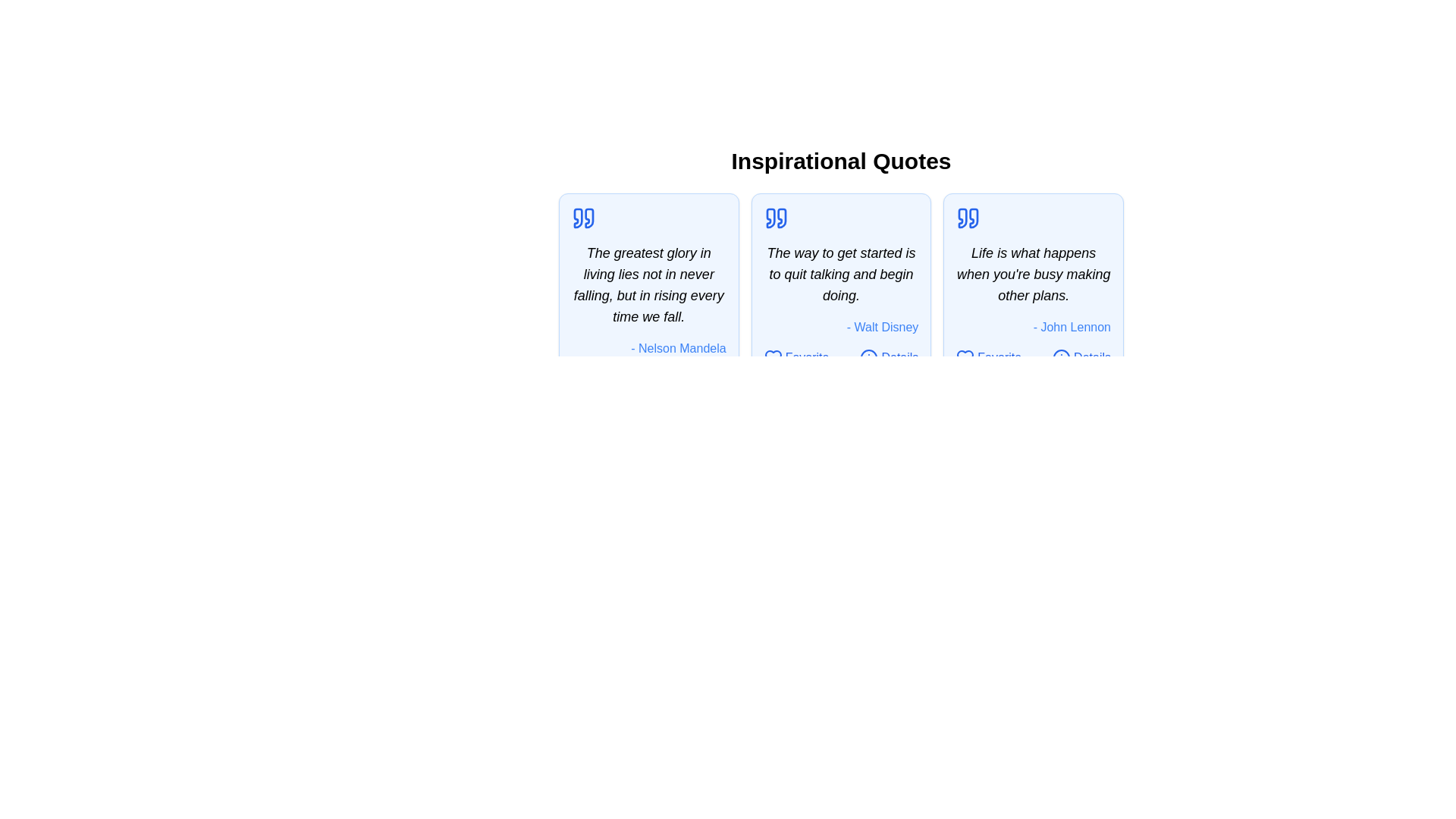 Image resolution: width=1456 pixels, height=819 pixels. Describe the element at coordinates (1033, 275) in the screenshot. I see `the text element displaying a quote, which is positioned beneath an icon of quotation marks and above the attribution '- John Lennon' in the rightmost card of the grid layout` at that location.